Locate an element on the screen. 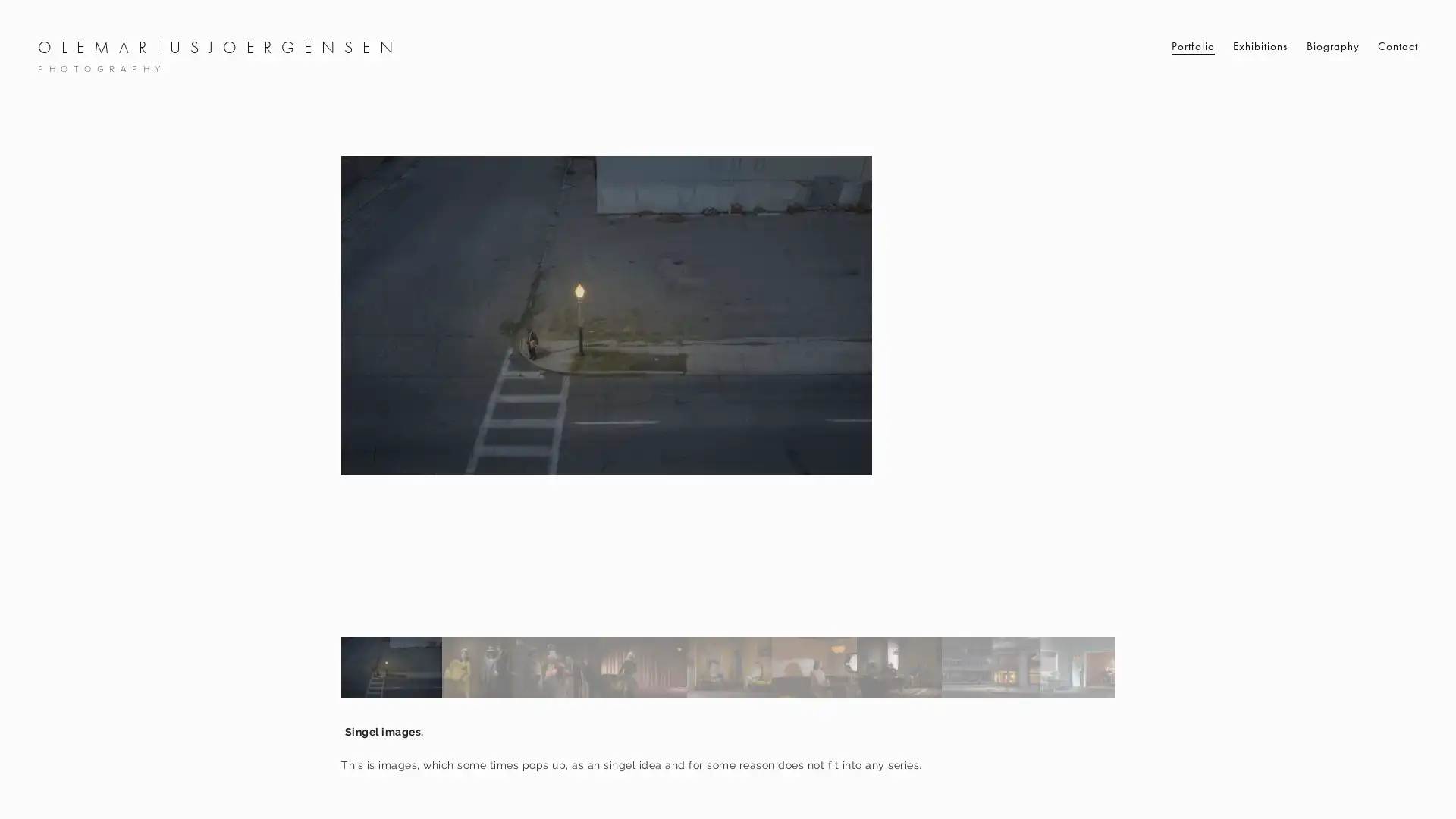 The height and width of the screenshot is (819, 1456). Slide 9 is located at coordinates (1082, 666).